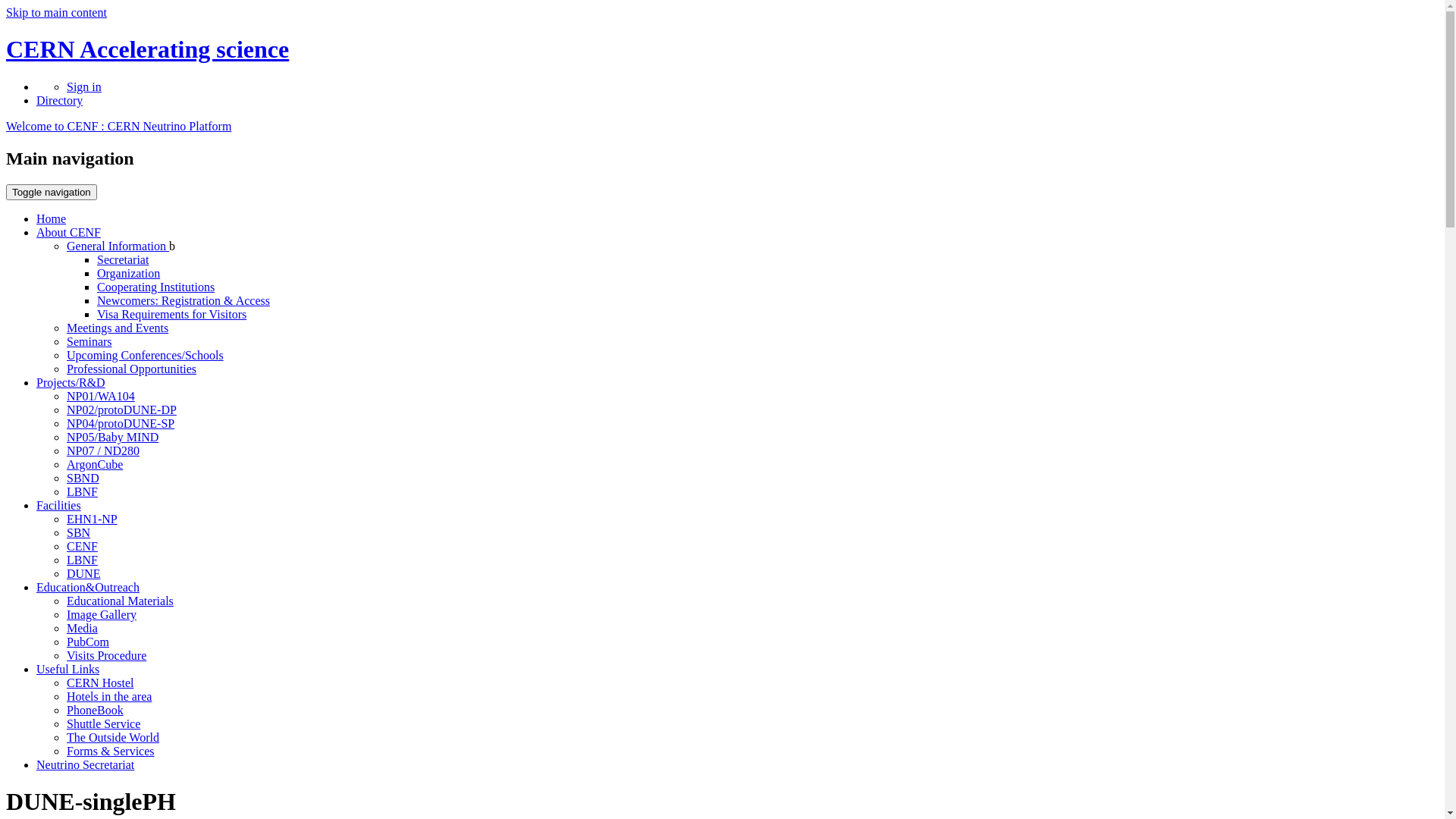 The height and width of the screenshot is (819, 1456). I want to click on 'PubCom', so click(86, 642).